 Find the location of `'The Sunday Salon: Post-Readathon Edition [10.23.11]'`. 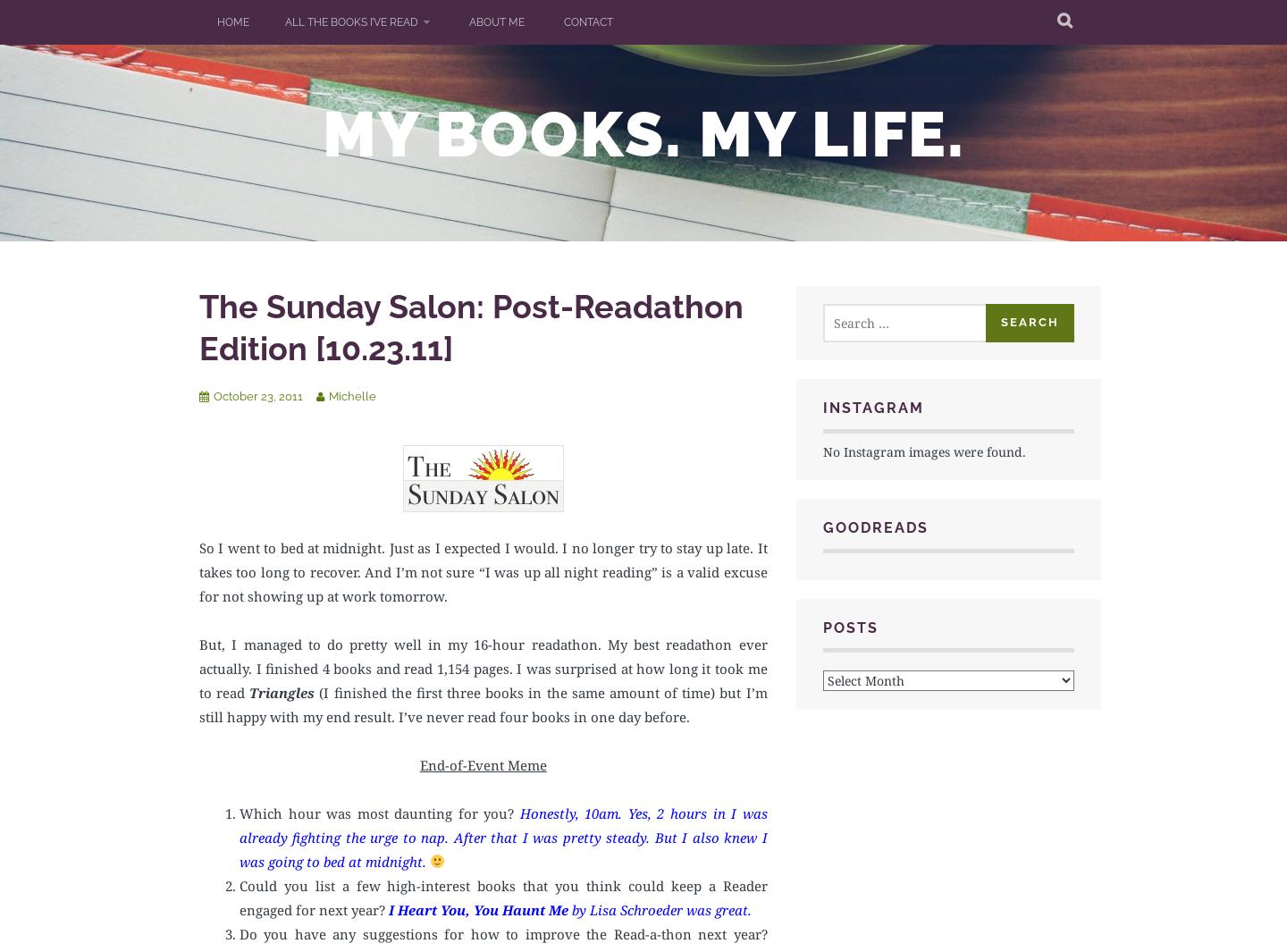

'The Sunday Salon: Post-Readathon Edition [10.23.11]' is located at coordinates (199, 326).